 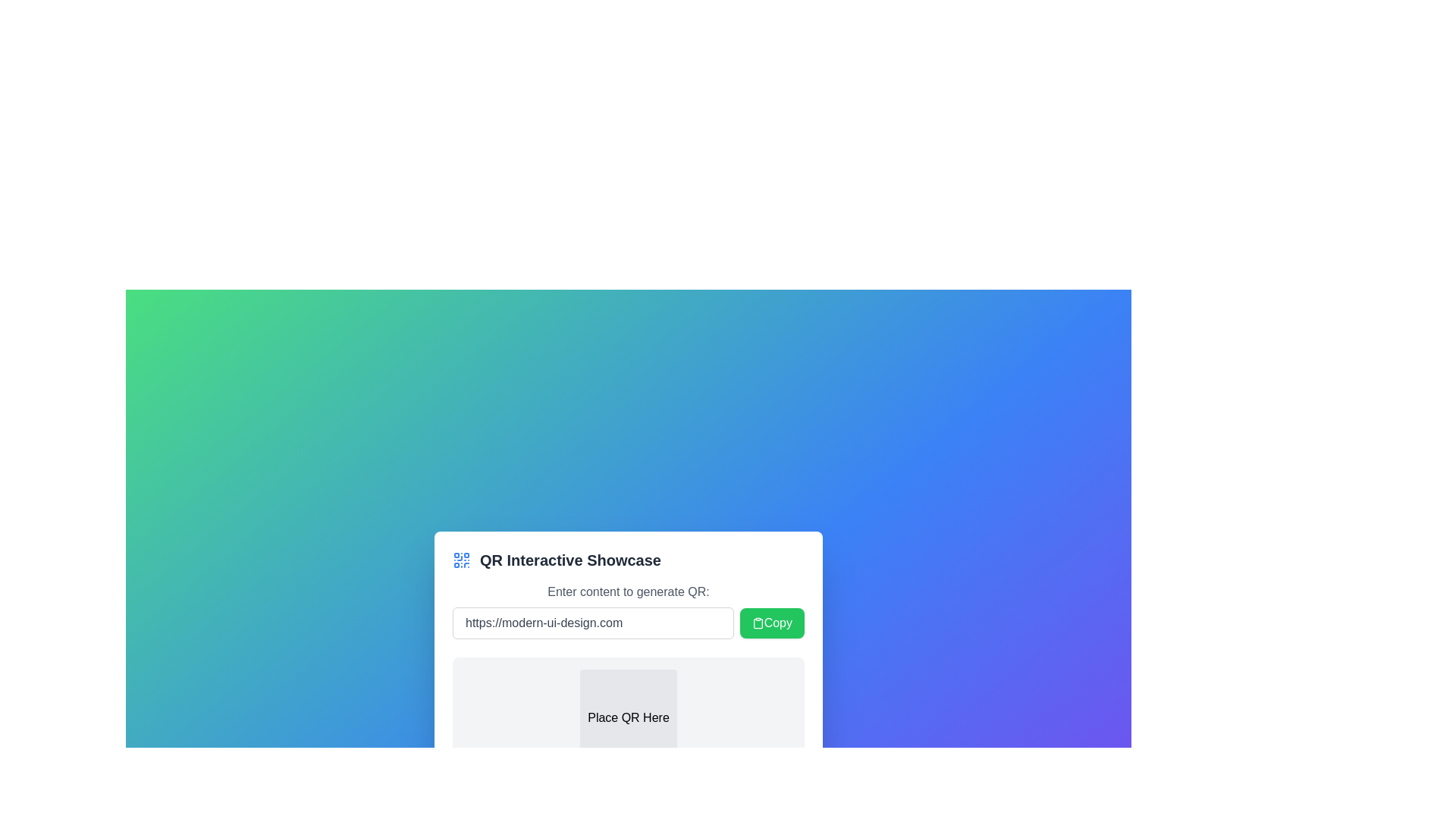 I want to click on the button located to the right of the text input field displaying 'https://modern-ui-design.com' to copy the text, so click(x=771, y=623).